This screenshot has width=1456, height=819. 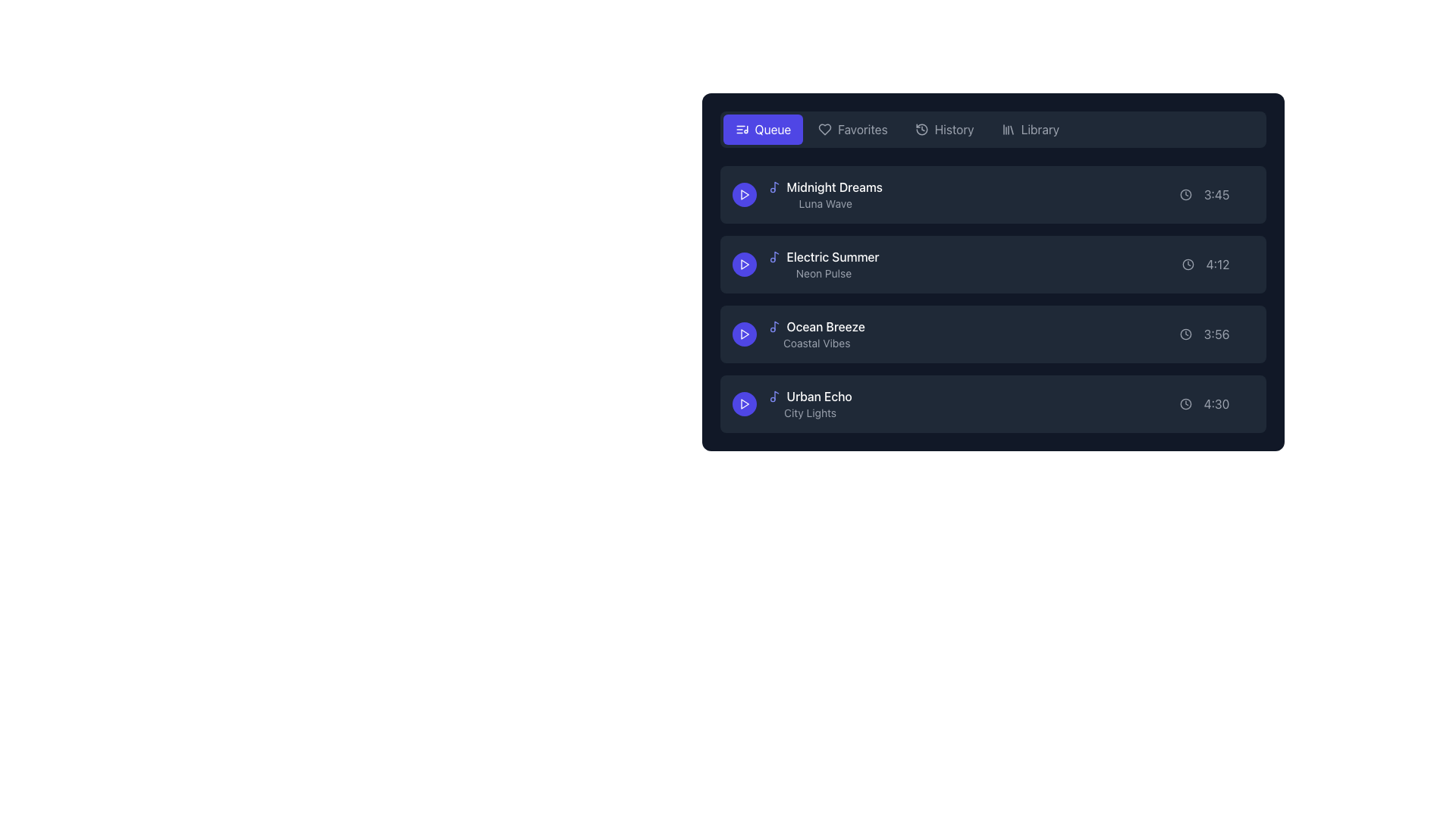 I want to click on the circular indigo button with a white play icon associated with the 'Electric Summer' list item, so click(x=744, y=263).